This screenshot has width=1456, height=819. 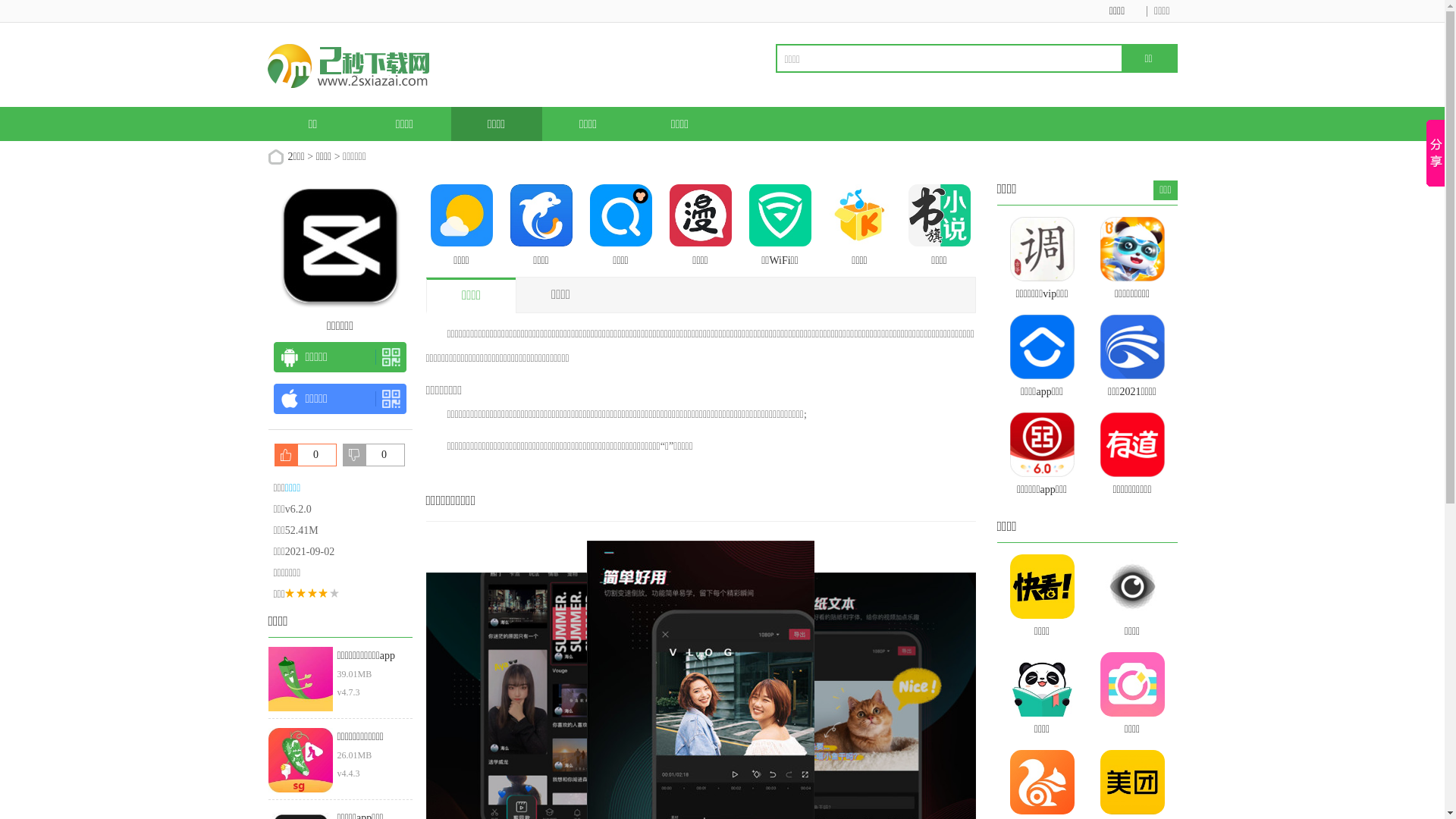 I want to click on '0', so click(x=374, y=454).